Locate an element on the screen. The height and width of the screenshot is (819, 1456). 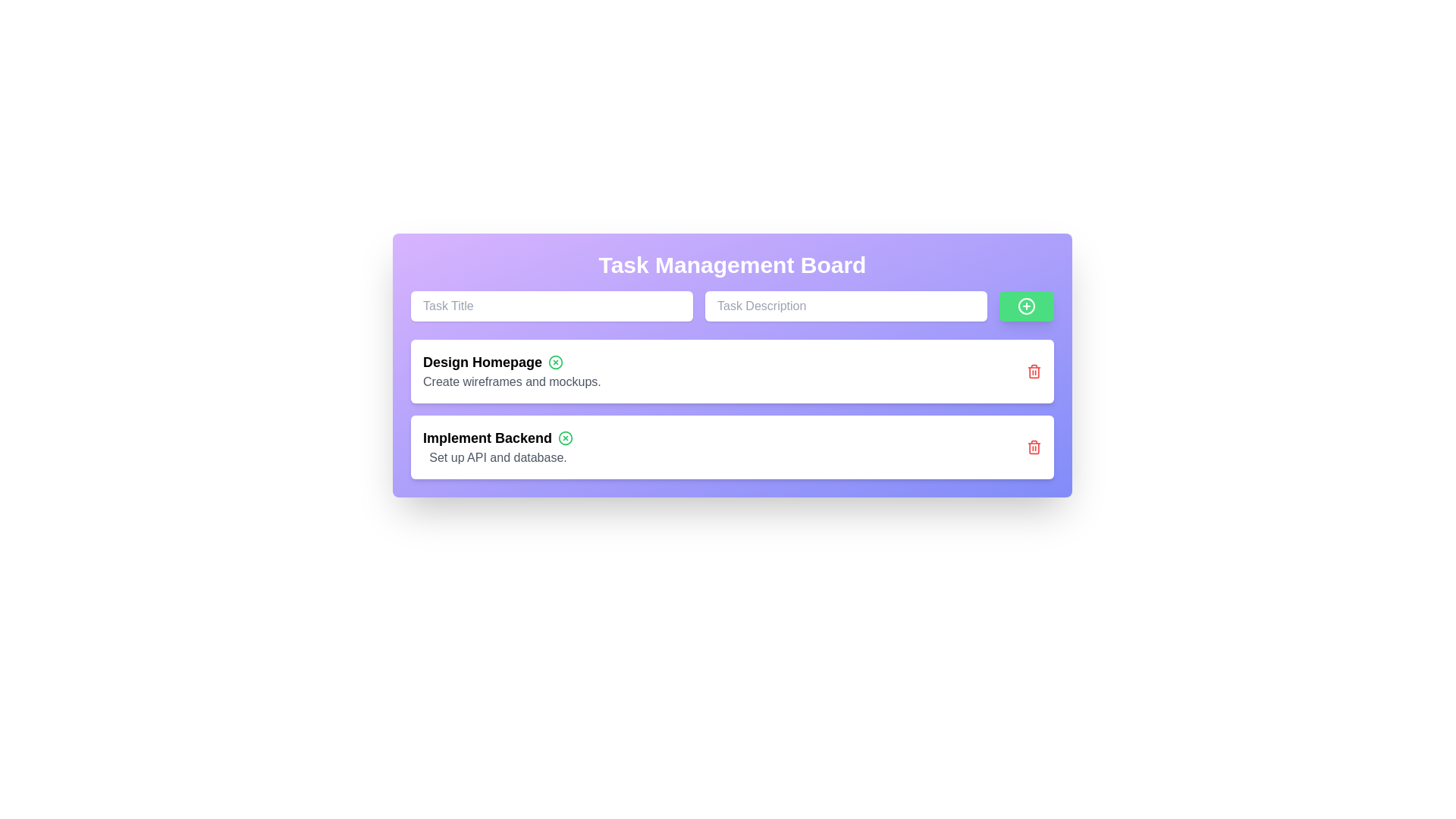
the textual label displaying 'Create wireframes and mockups.' located under the 'Design Homepage' section is located at coordinates (512, 381).